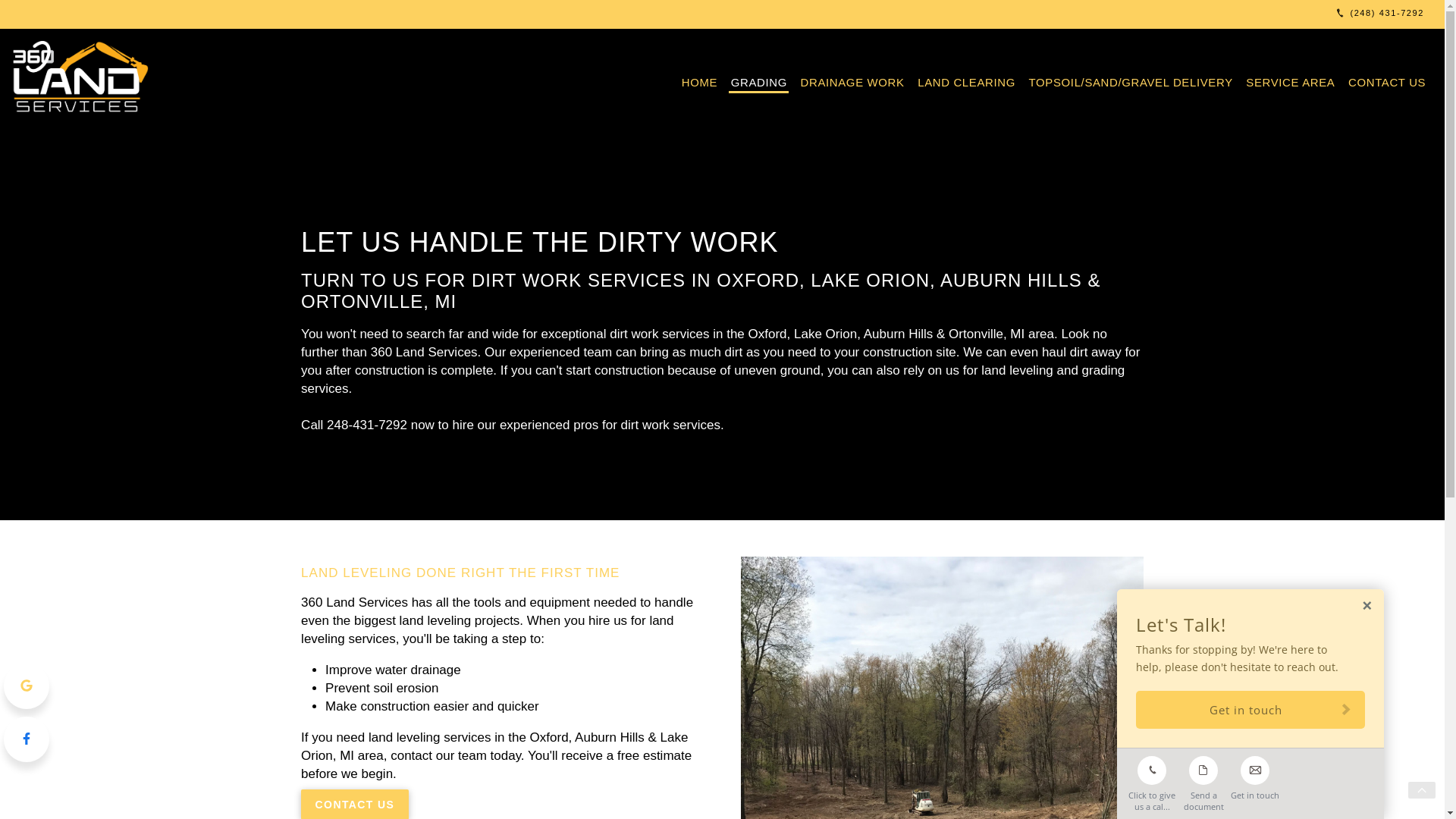 This screenshot has height=819, width=1456. Describe the element at coordinates (1203, 780) in the screenshot. I see `'Send a document'` at that location.